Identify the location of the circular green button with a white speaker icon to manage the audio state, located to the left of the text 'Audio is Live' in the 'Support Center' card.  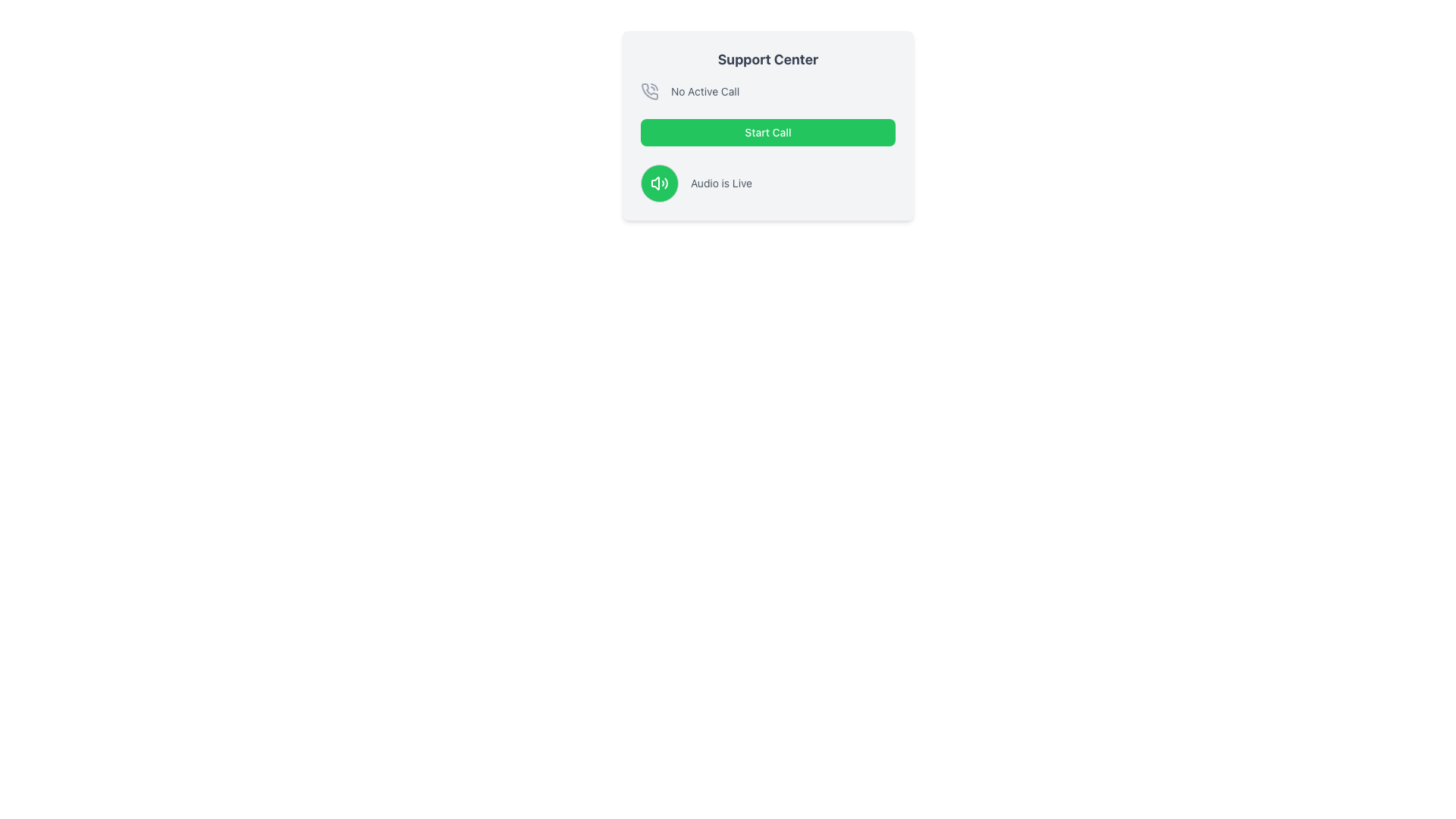
(659, 183).